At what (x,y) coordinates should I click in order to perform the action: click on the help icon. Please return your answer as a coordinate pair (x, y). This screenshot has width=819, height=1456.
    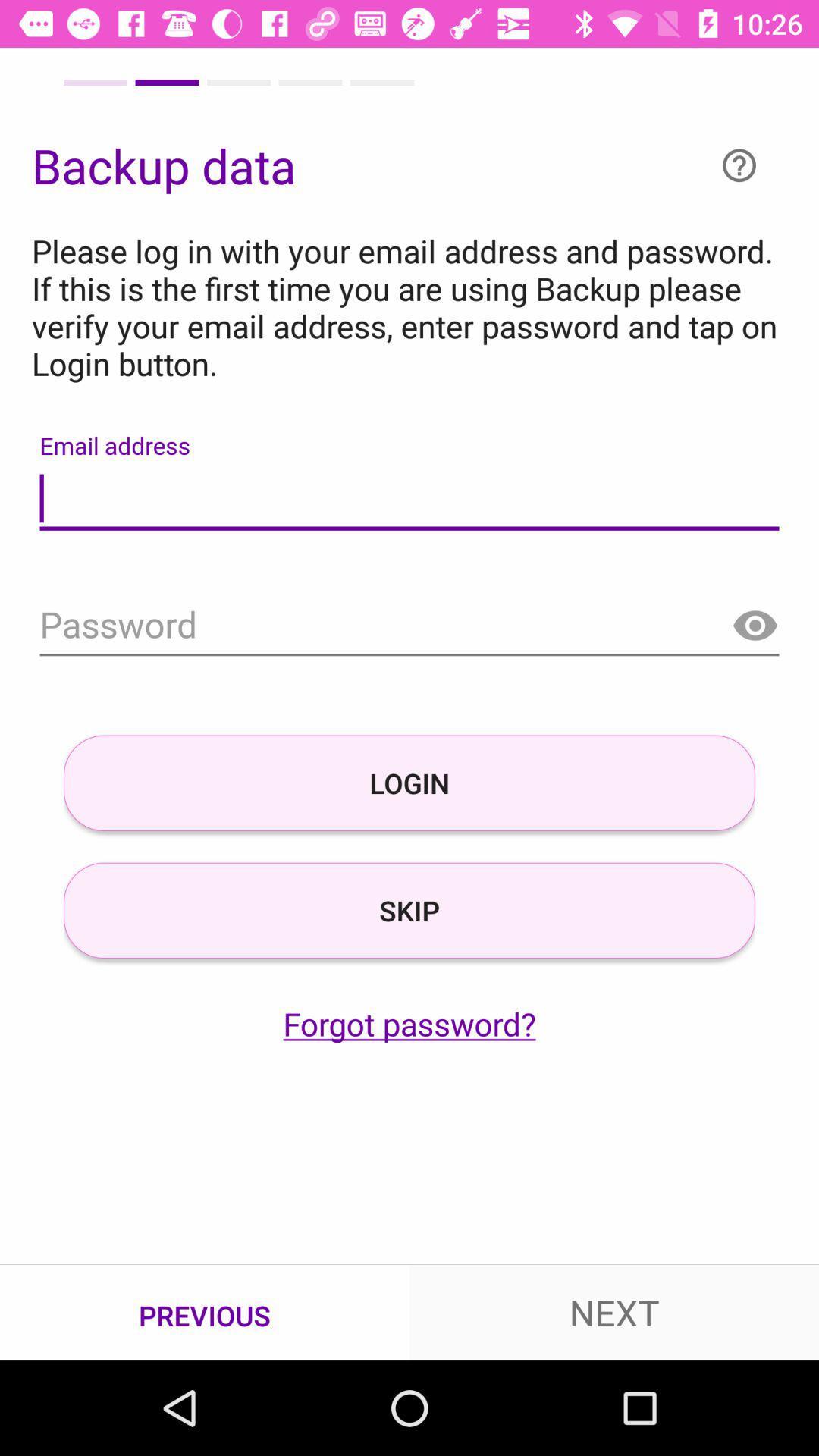
    Looking at the image, I should click on (739, 165).